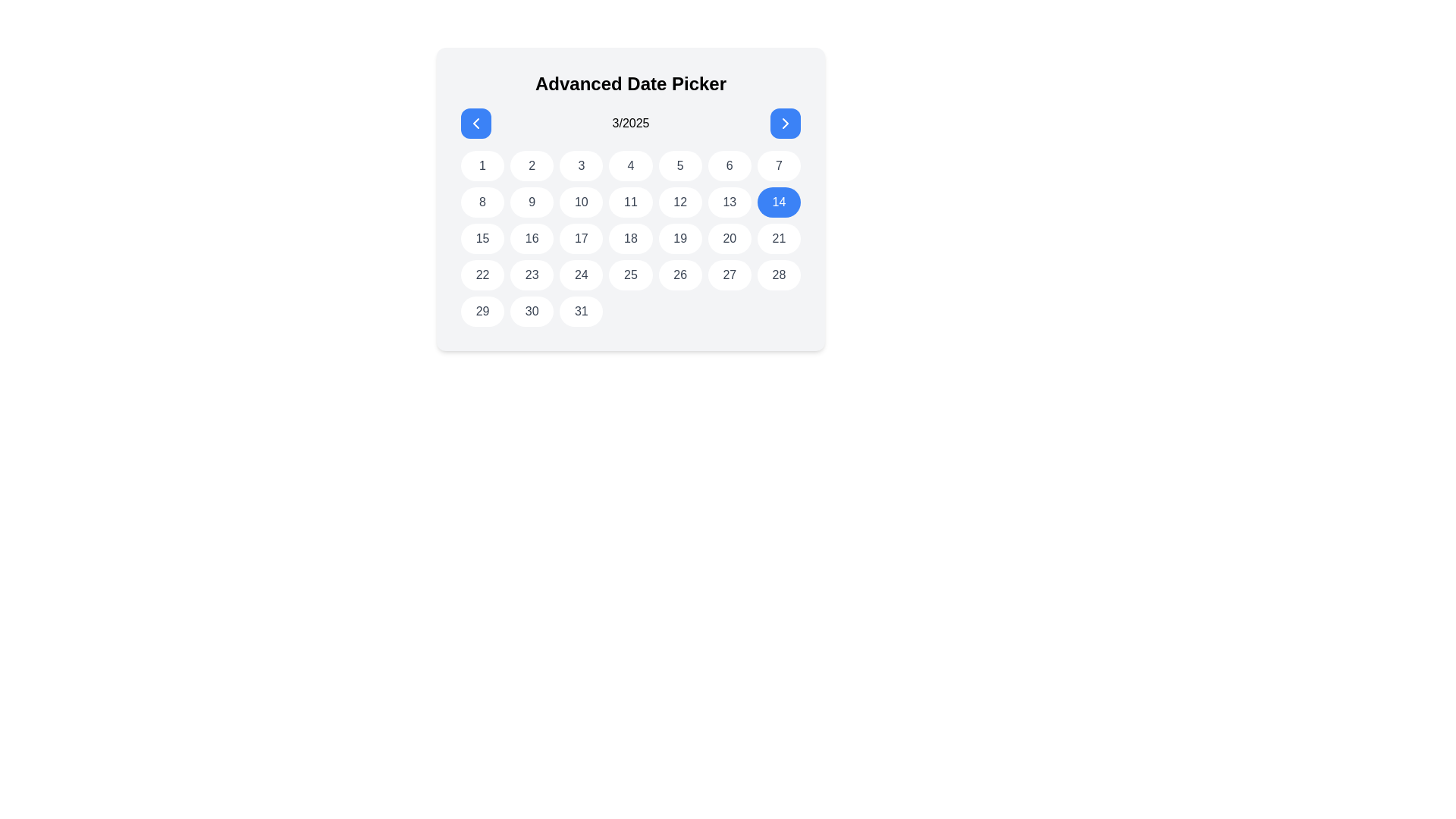  I want to click on the circular button labeled '19' in the fifth column and third row of the calendar grid, so click(679, 239).